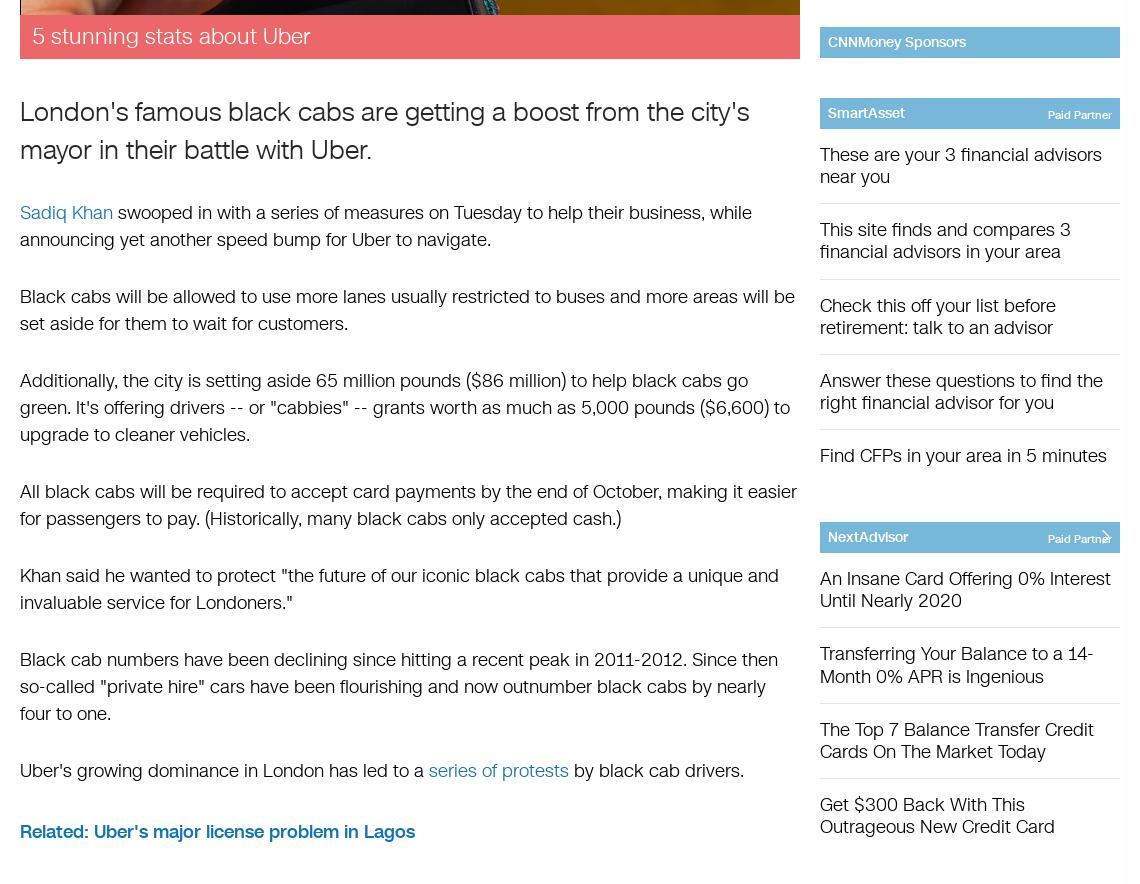 The width and height of the screenshot is (1140, 884). I want to click on 'Additionally, the city is setting aside 65 million pounds ($86 million) to help black cabs go green. It's offering drivers -- or "cabbies" -- grants worth as much as 5,000 pounds ($6,600)', so click(393, 394).